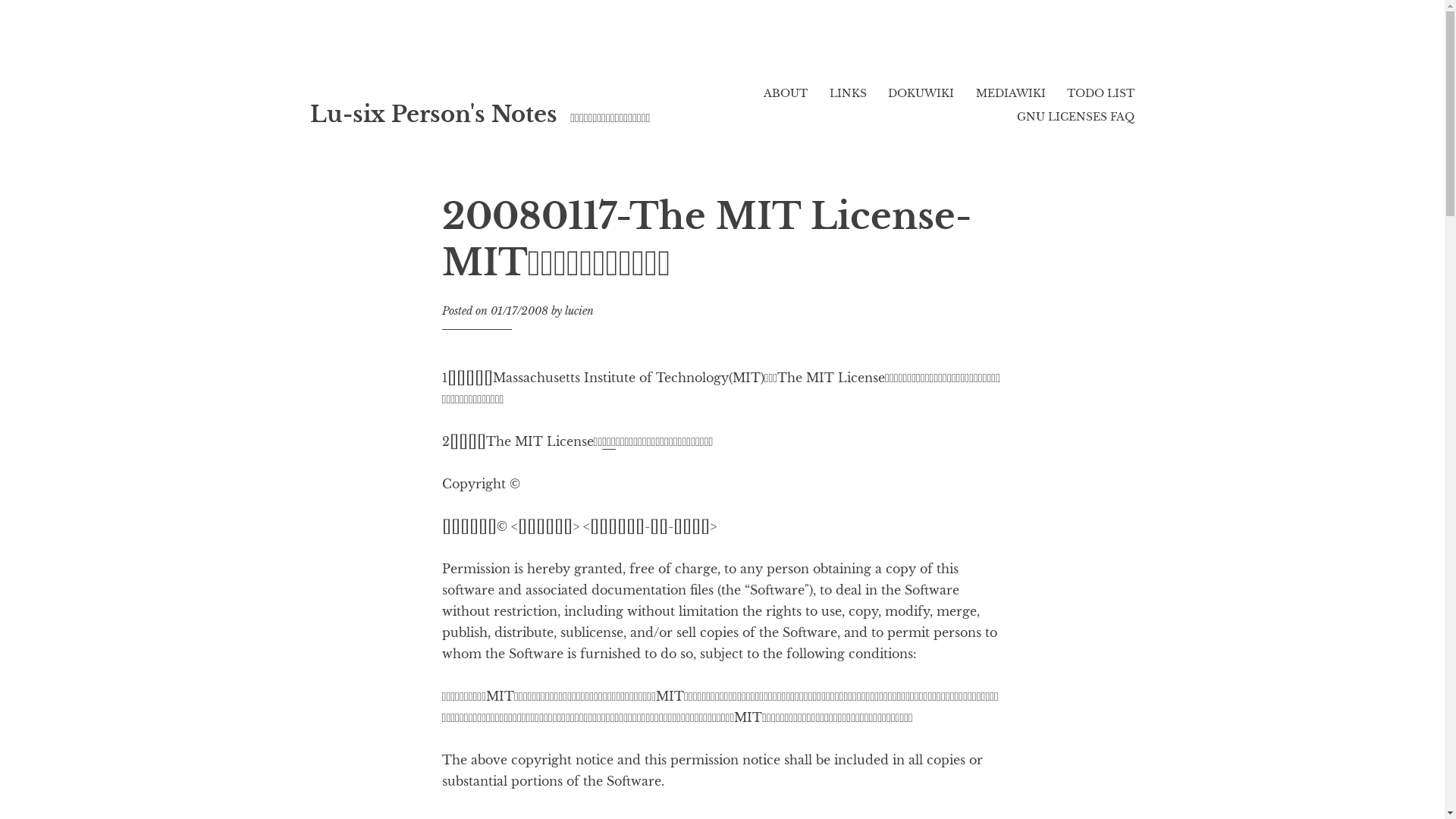  What do you see at coordinates (847, 93) in the screenshot?
I see `'LINKS'` at bounding box center [847, 93].